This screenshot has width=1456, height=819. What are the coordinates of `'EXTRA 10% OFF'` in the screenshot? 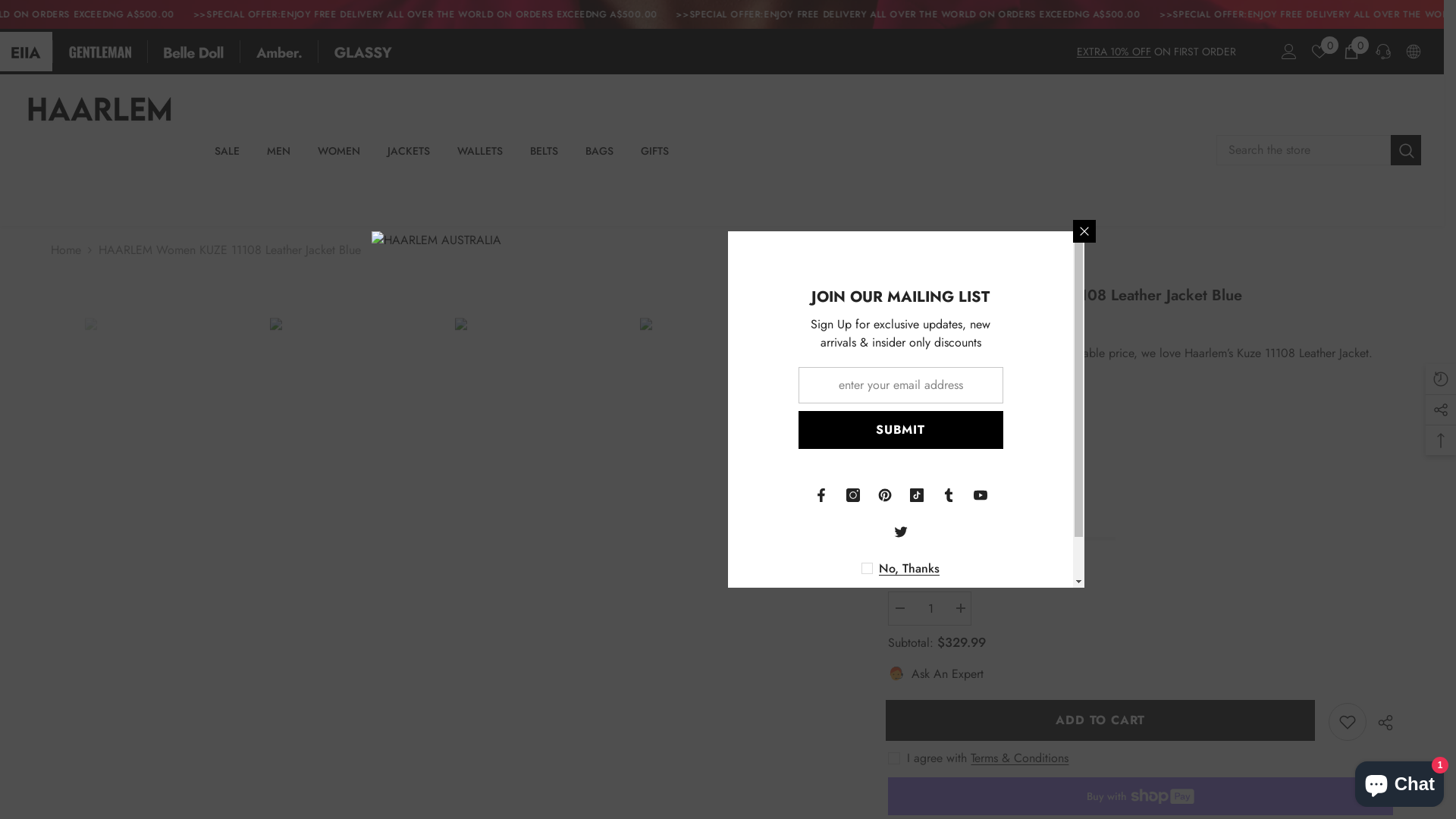 It's located at (1076, 51).